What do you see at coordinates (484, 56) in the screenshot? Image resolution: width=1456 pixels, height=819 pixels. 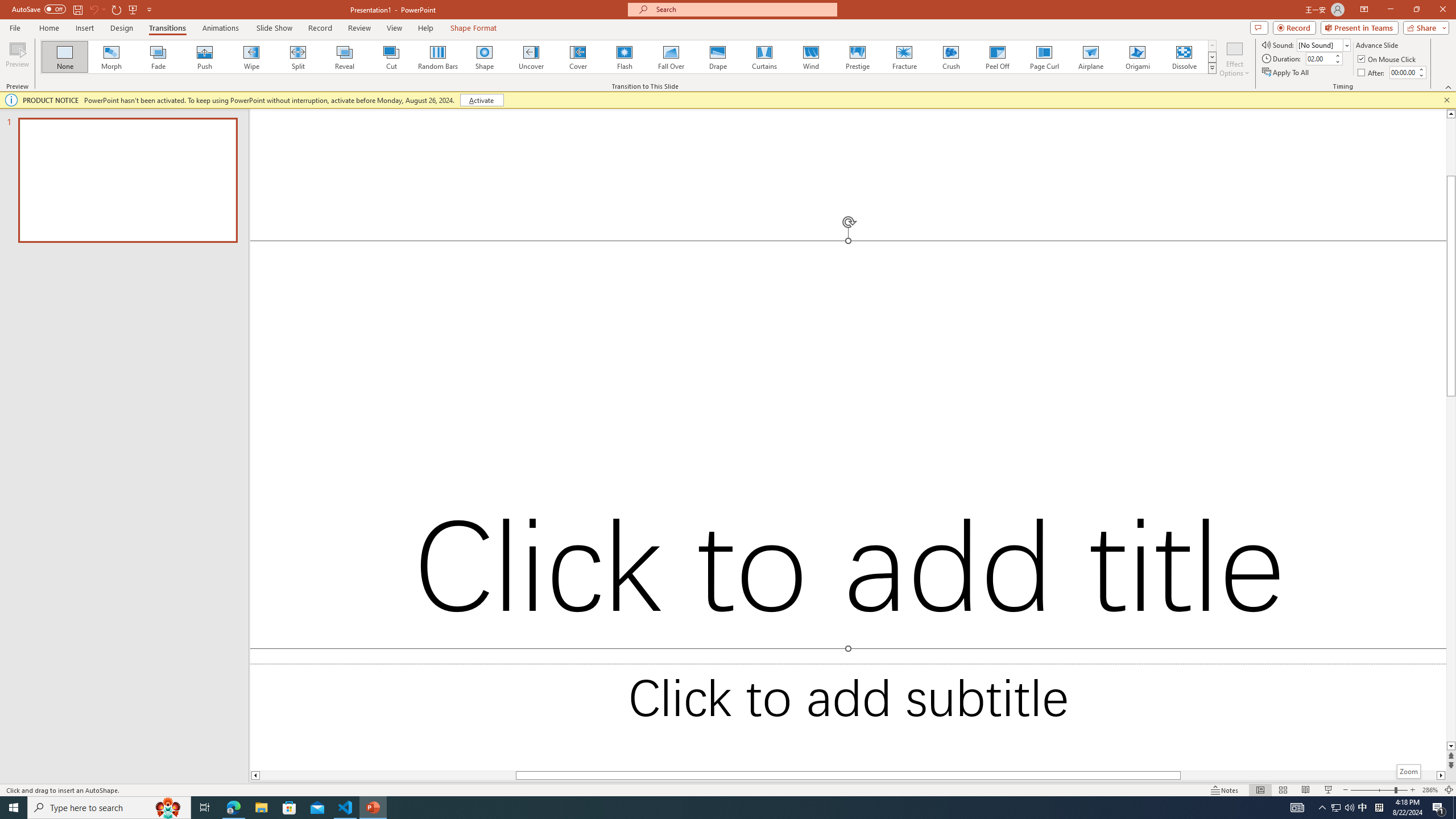 I see `'Shape'` at bounding box center [484, 56].